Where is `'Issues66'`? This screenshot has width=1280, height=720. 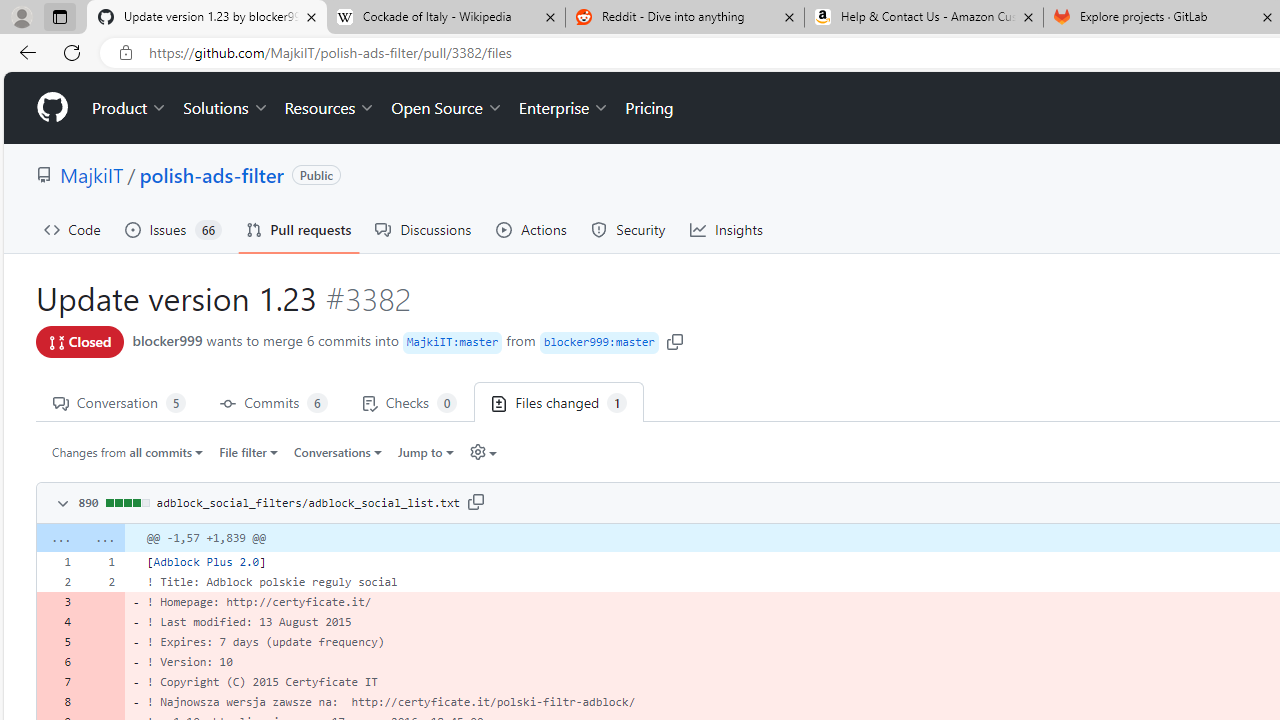
'Issues66' is located at coordinates (173, 229).